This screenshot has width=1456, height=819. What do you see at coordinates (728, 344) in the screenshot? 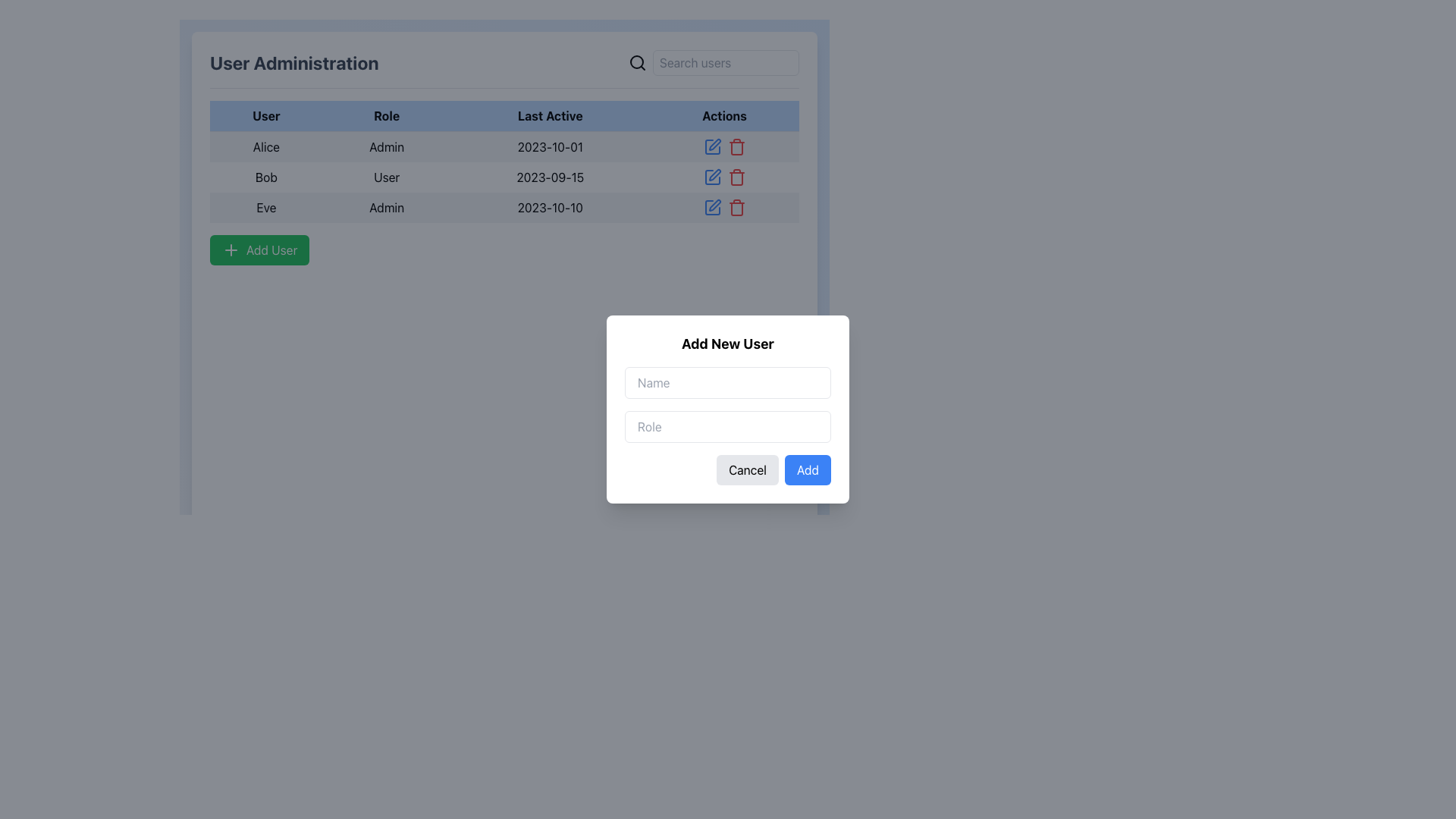
I see `the text label that serves as the title of the modal dialogue box for adding a new user, positioned at the top center of the modal` at bounding box center [728, 344].